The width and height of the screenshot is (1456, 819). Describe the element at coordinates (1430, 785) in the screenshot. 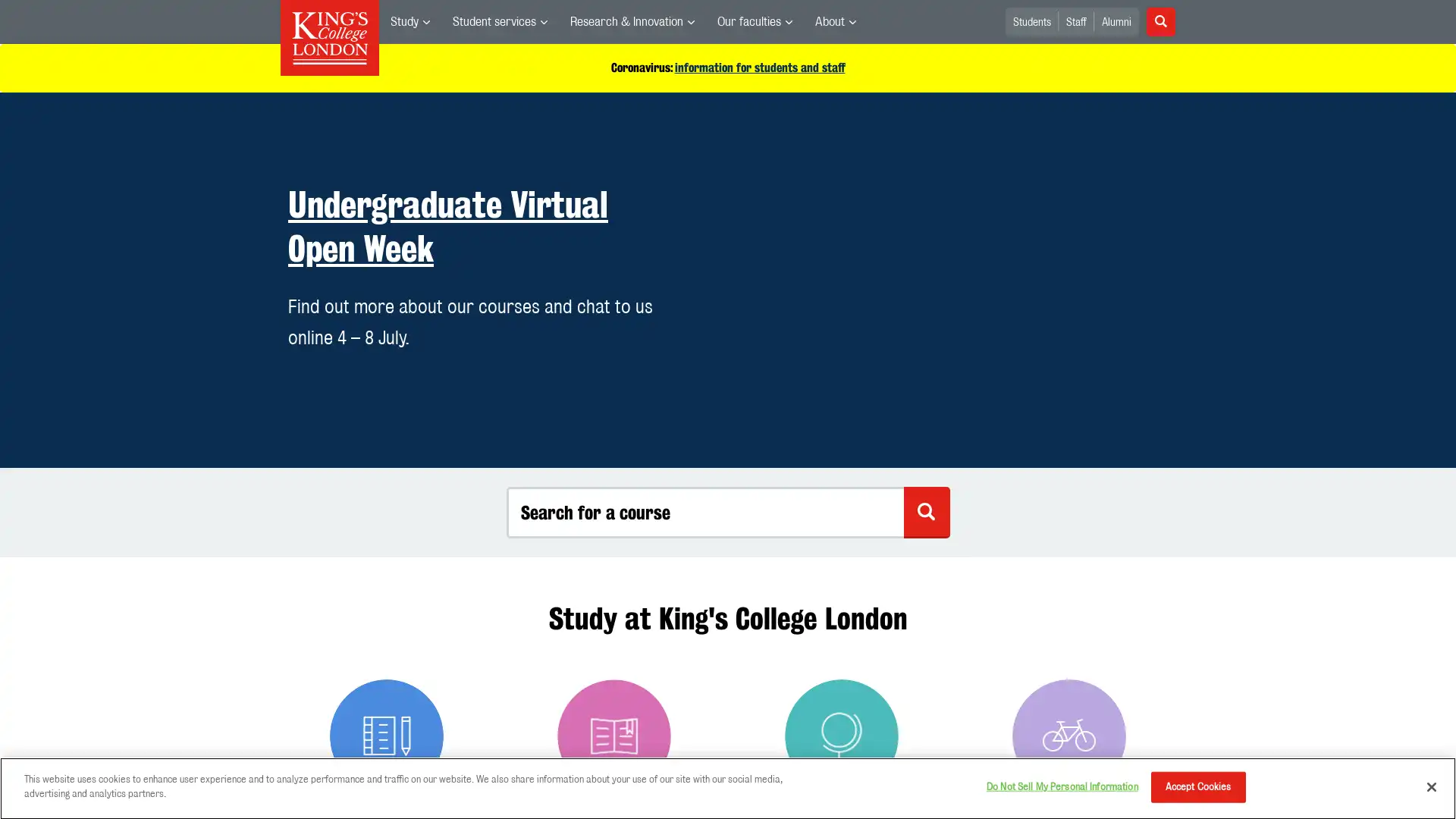

I see `Close` at that location.